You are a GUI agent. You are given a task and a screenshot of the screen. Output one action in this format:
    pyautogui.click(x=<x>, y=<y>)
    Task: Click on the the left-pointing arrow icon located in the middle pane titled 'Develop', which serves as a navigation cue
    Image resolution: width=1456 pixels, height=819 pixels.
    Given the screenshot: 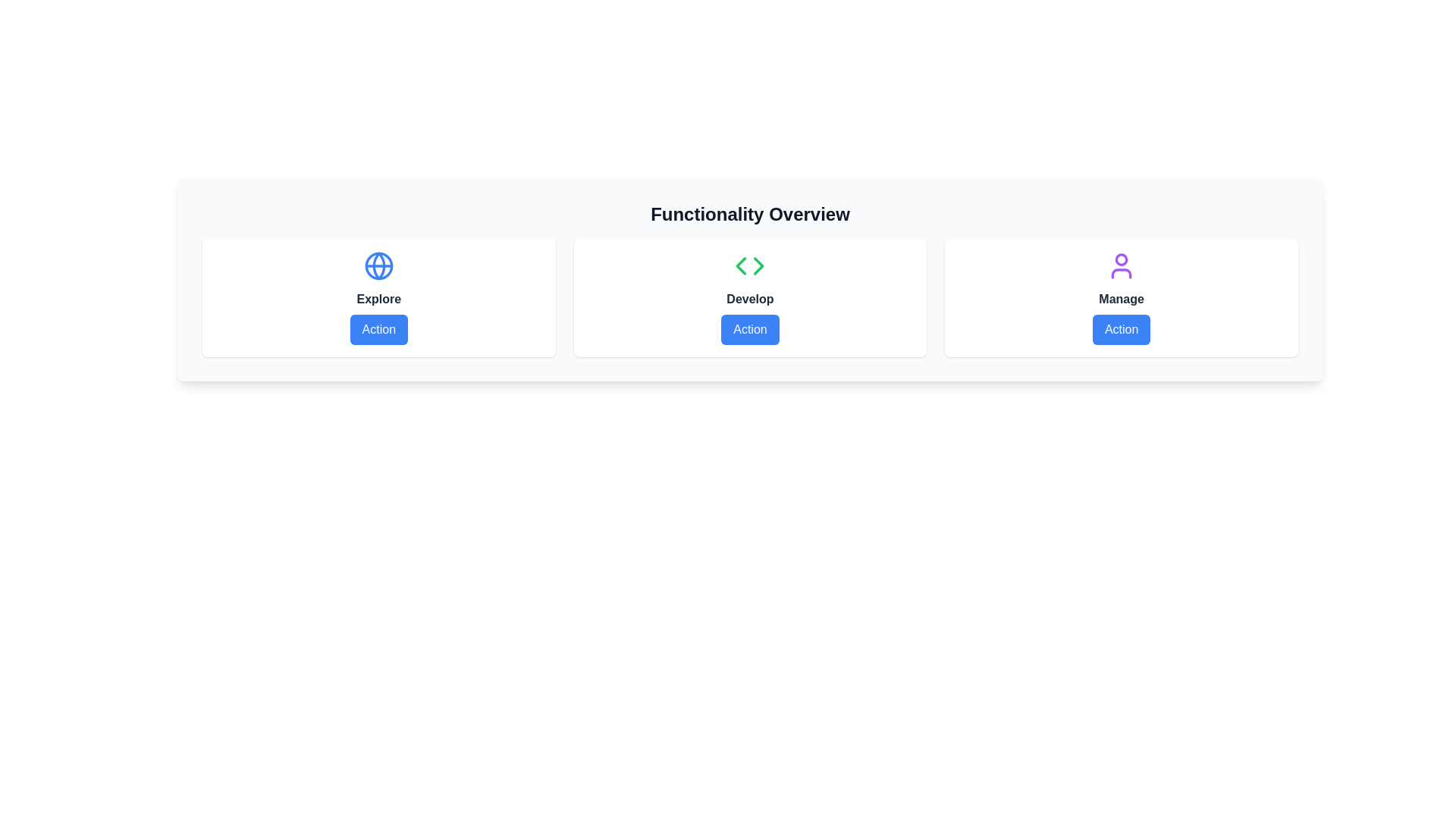 What is the action you would take?
    pyautogui.click(x=741, y=265)
    